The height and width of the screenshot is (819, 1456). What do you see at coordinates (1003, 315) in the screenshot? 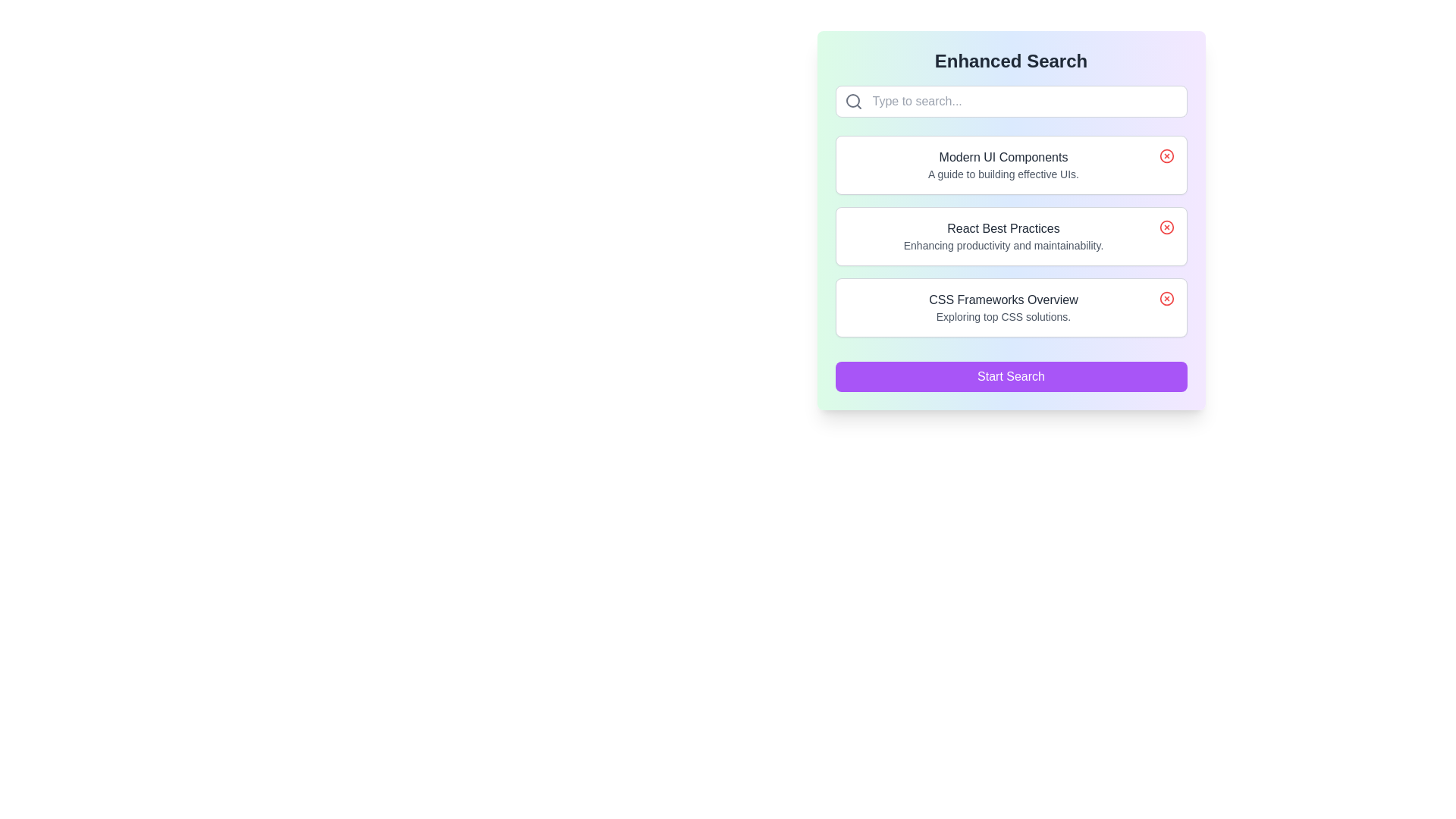
I see `text label element displaying 'Exploring top CSS solutions.' which is styled in a smaller, light gray font and located below the heading 'CSS Frameworks Overview.'` at bounding box center [1003, 315].